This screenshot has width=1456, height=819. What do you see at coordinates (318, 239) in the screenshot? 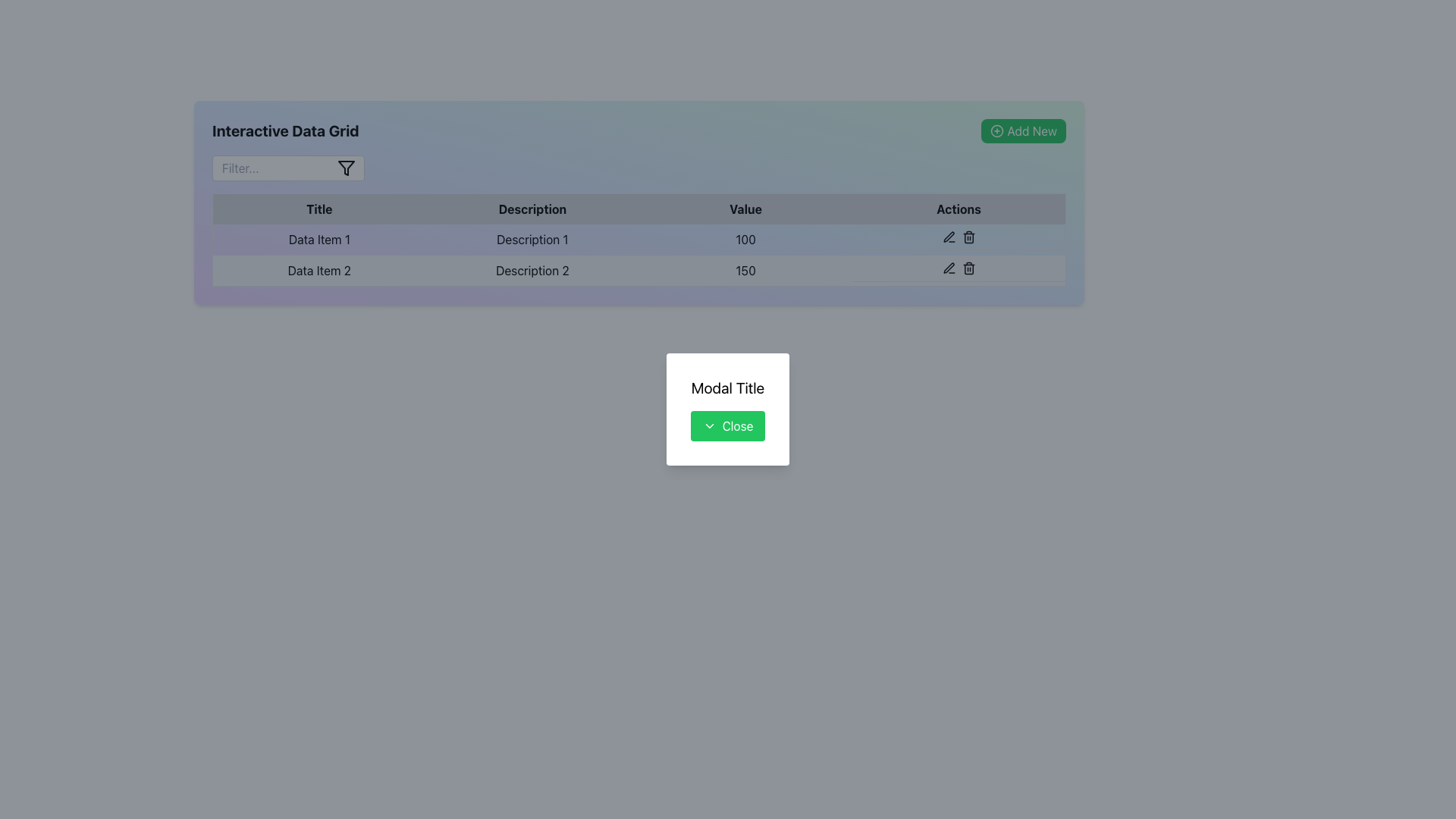
I see `the text label displaying 'Data Item 1' in the 'Title' column of the data grid` at bounding box center [318, 239].